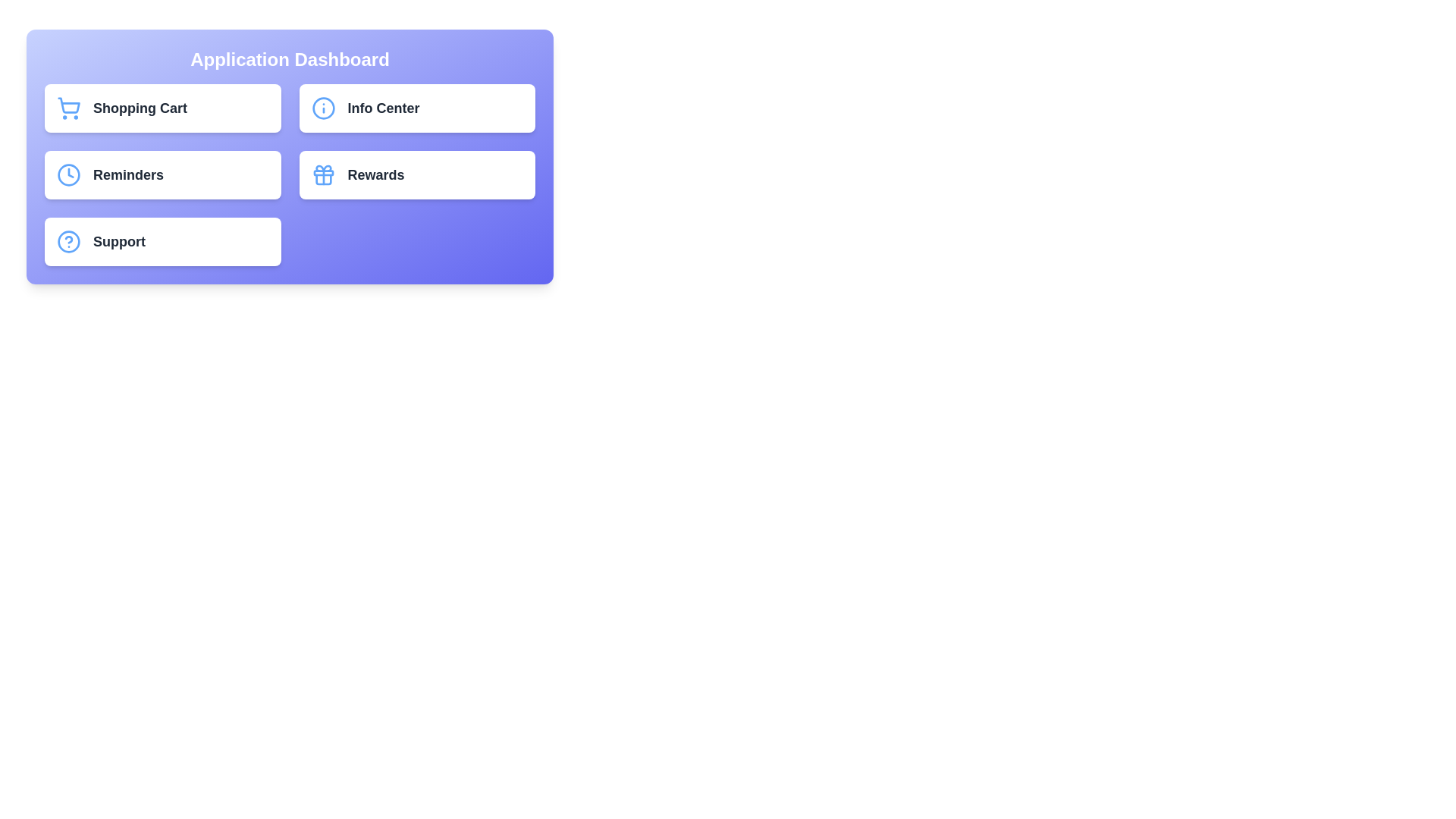  Describe the element at coordinates (68, 105) in the screenshot. I see `the main body of the shopping cart icon, which serves as a visual representation for accessing shopping-related features` at that location.